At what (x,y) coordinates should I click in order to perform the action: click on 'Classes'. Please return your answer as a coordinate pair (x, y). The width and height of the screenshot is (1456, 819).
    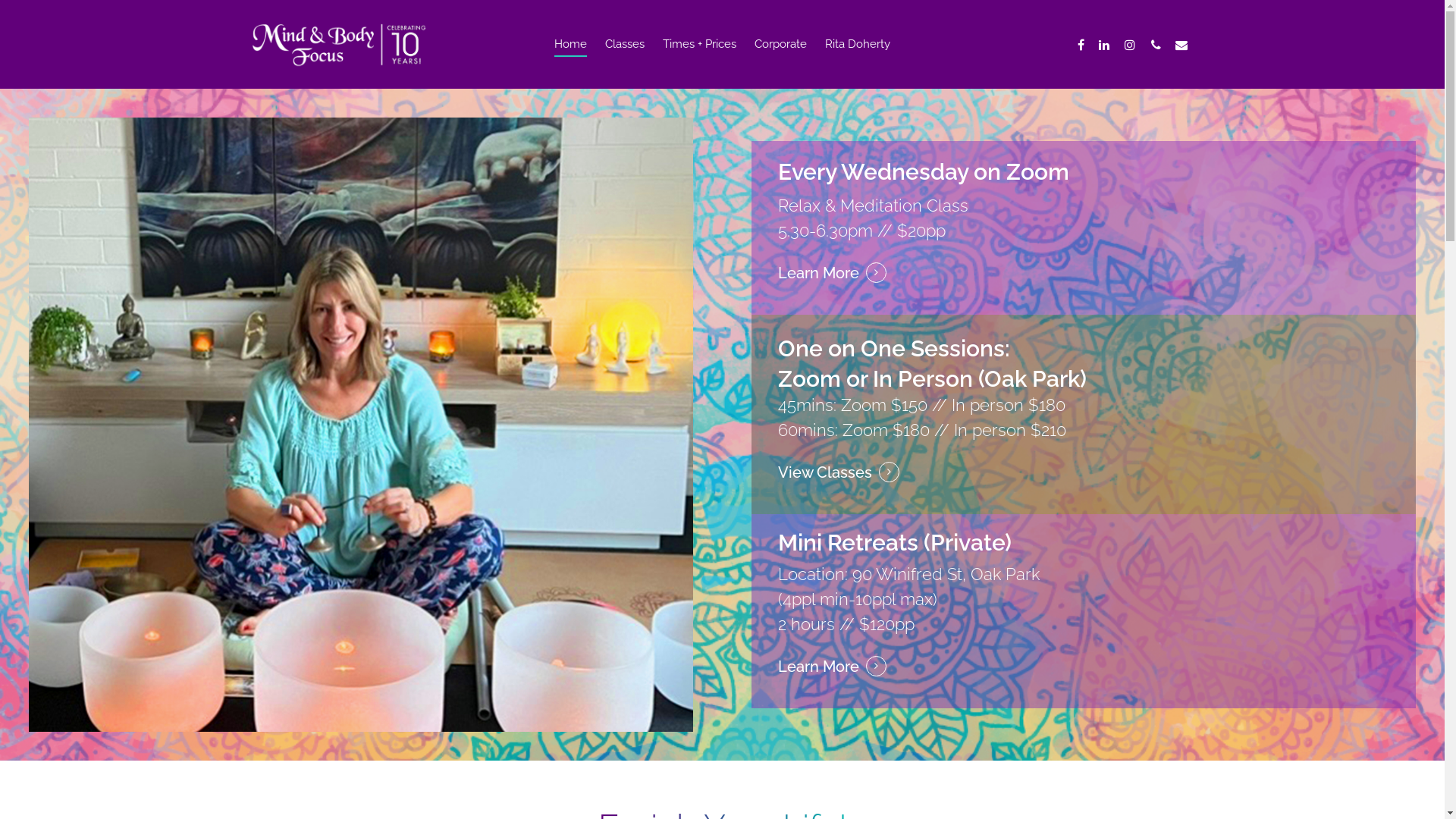
    Looking at the image, I should click on (625, 55).